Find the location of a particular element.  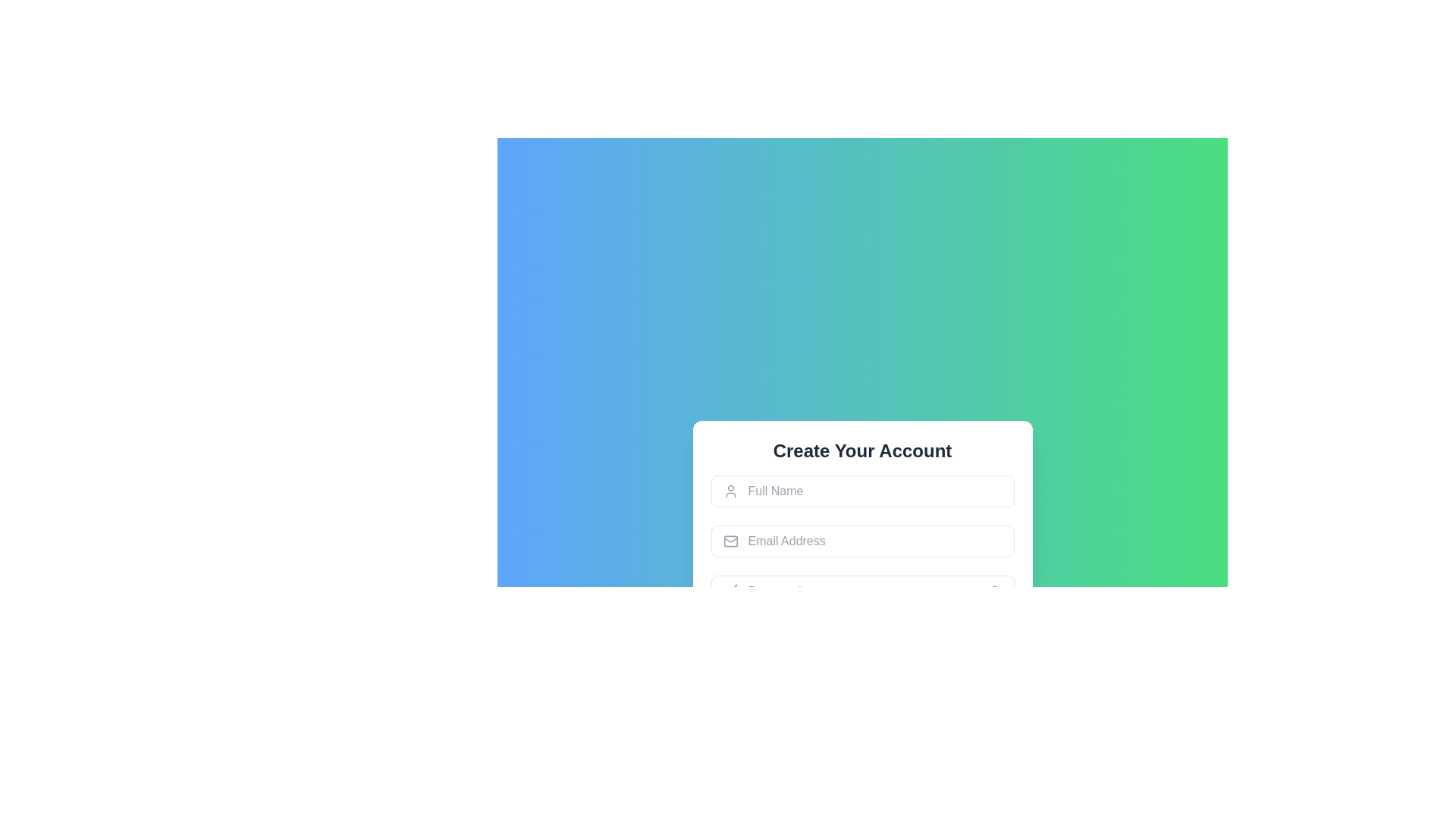

the decorative email icon located to the left of the 'Email Address' input field, which is horizontally aligned with it and vertically below the 'Full Name' input field is located at coordinates (730, 540).